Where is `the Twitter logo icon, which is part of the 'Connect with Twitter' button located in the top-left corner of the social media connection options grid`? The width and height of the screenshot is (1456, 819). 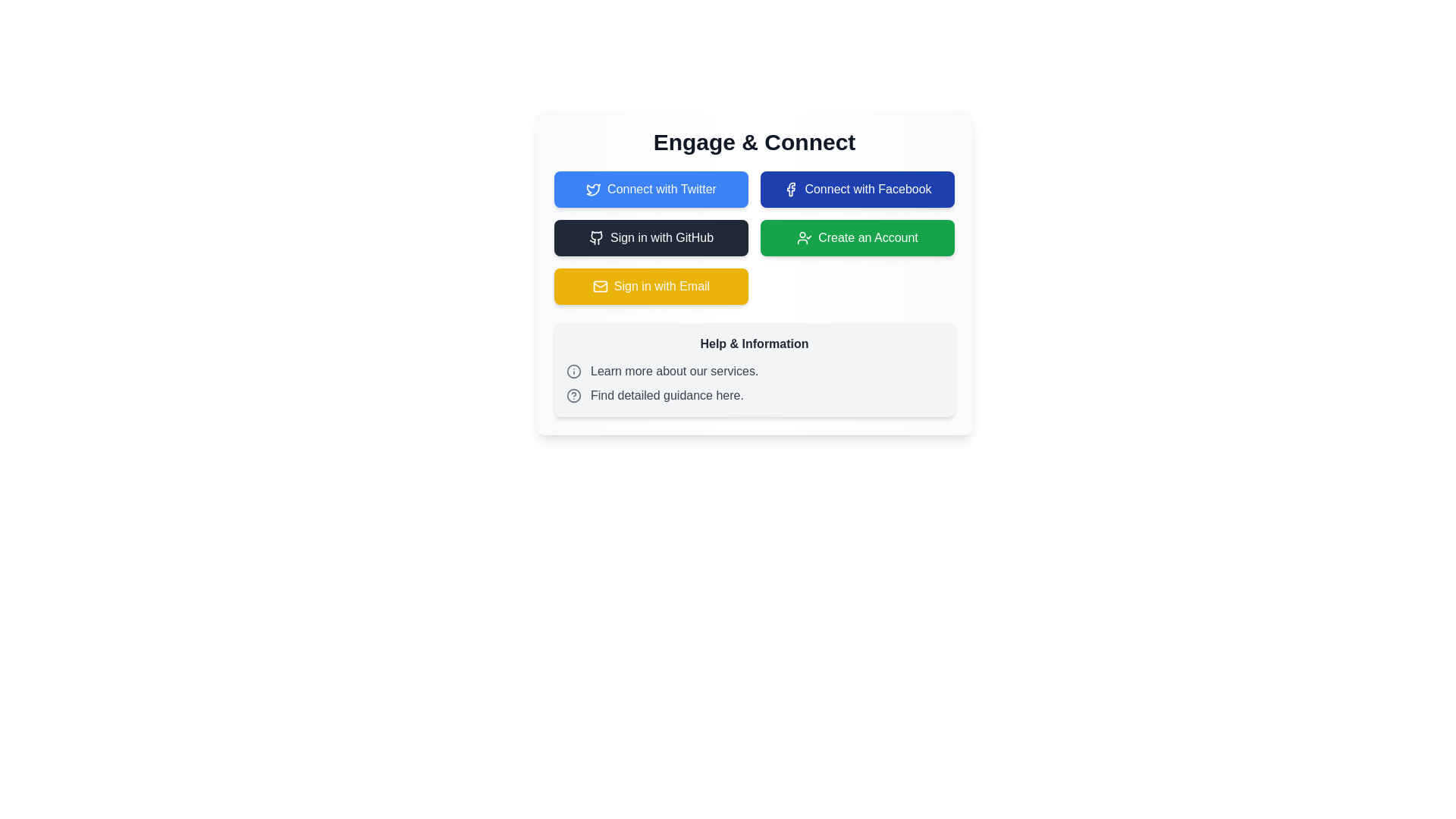
the Twitter logo icon, which is part of the 'Connect with Twitter' button located in the top-left corner of the social media connection options grid is located at coordinates (593, 189).